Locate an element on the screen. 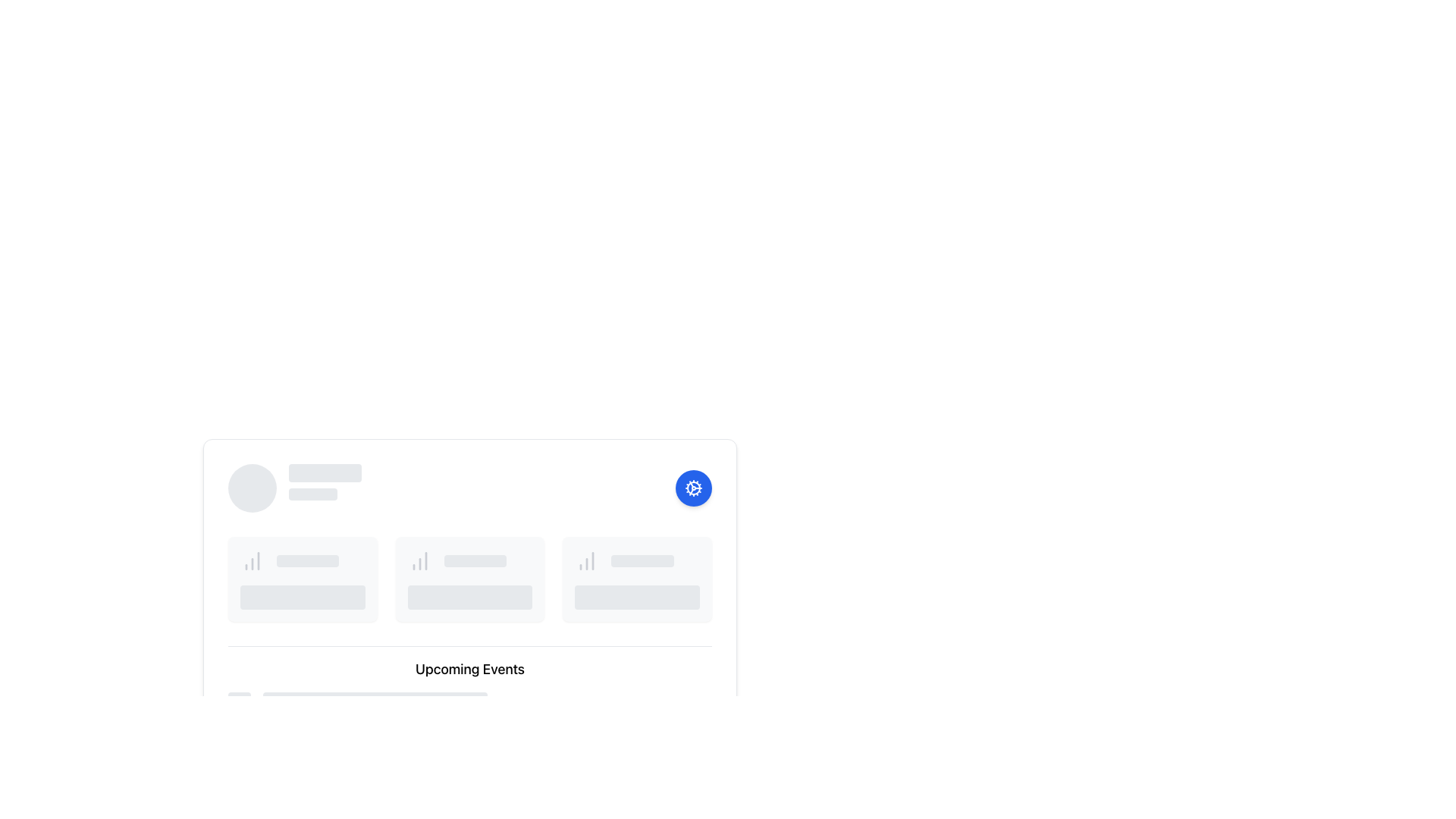 The image size is (1456, 819). the first rectangular card with rounded corners that has a light gray background and is positioned at the top-left of the grid layout is located at coordinates (303, 579).